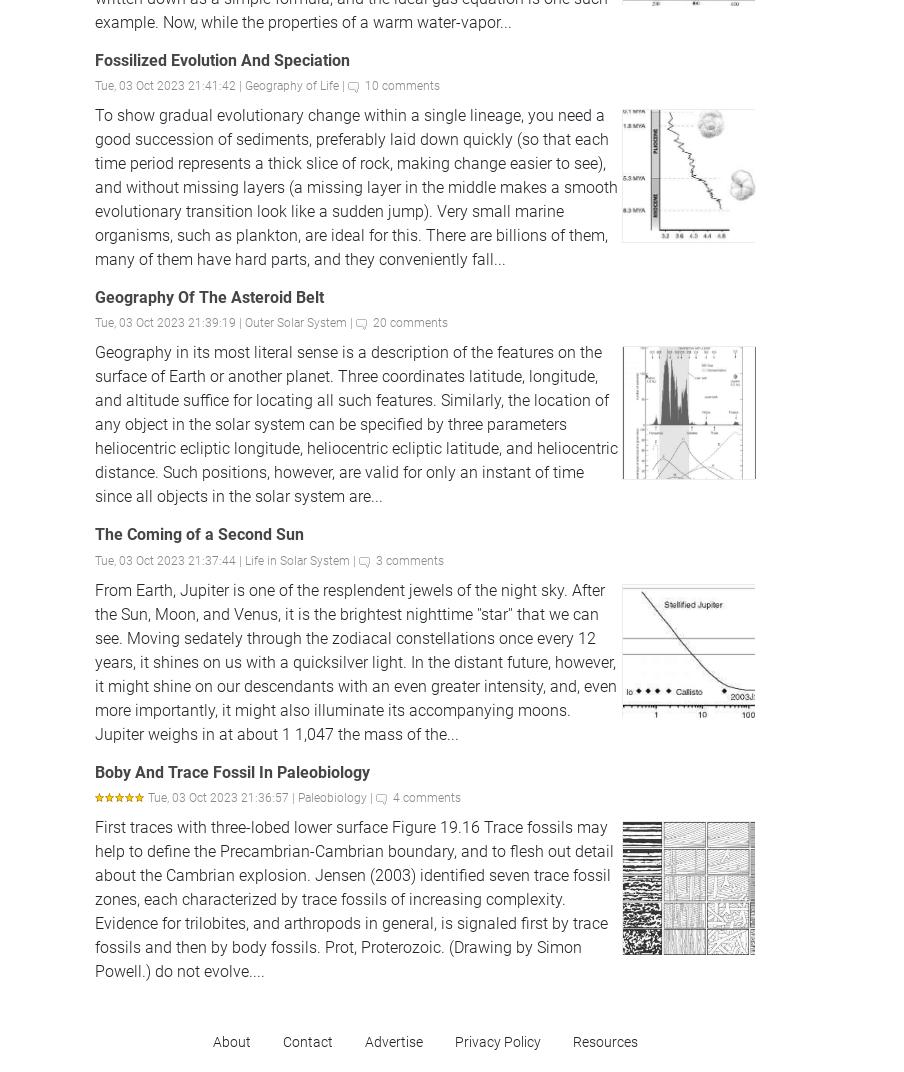  I want to click on 'Boby And Trace Fossil In Paleobiology', so click(95, 771).